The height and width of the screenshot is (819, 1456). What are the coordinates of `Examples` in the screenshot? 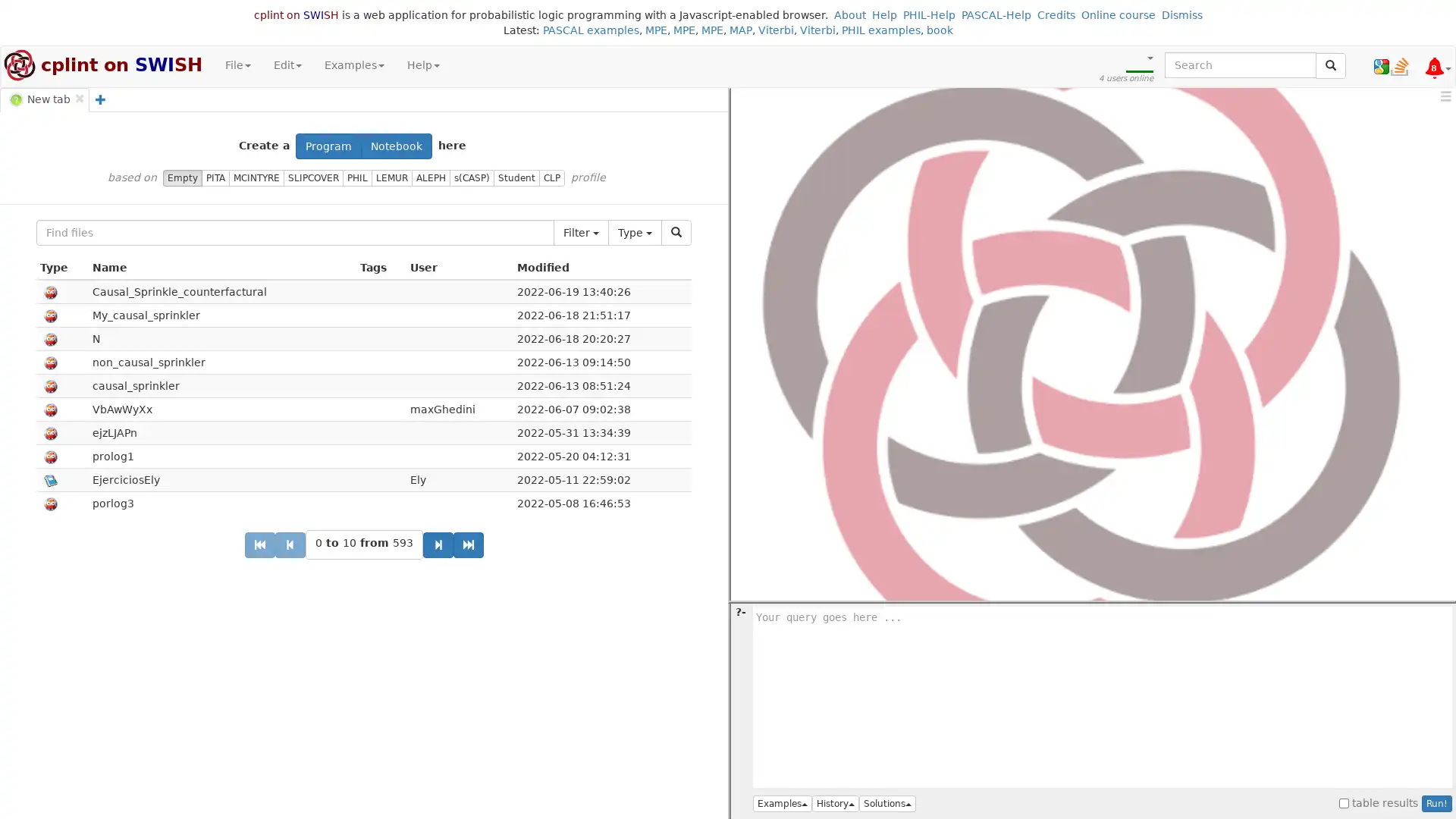 It's located at (783, 803).